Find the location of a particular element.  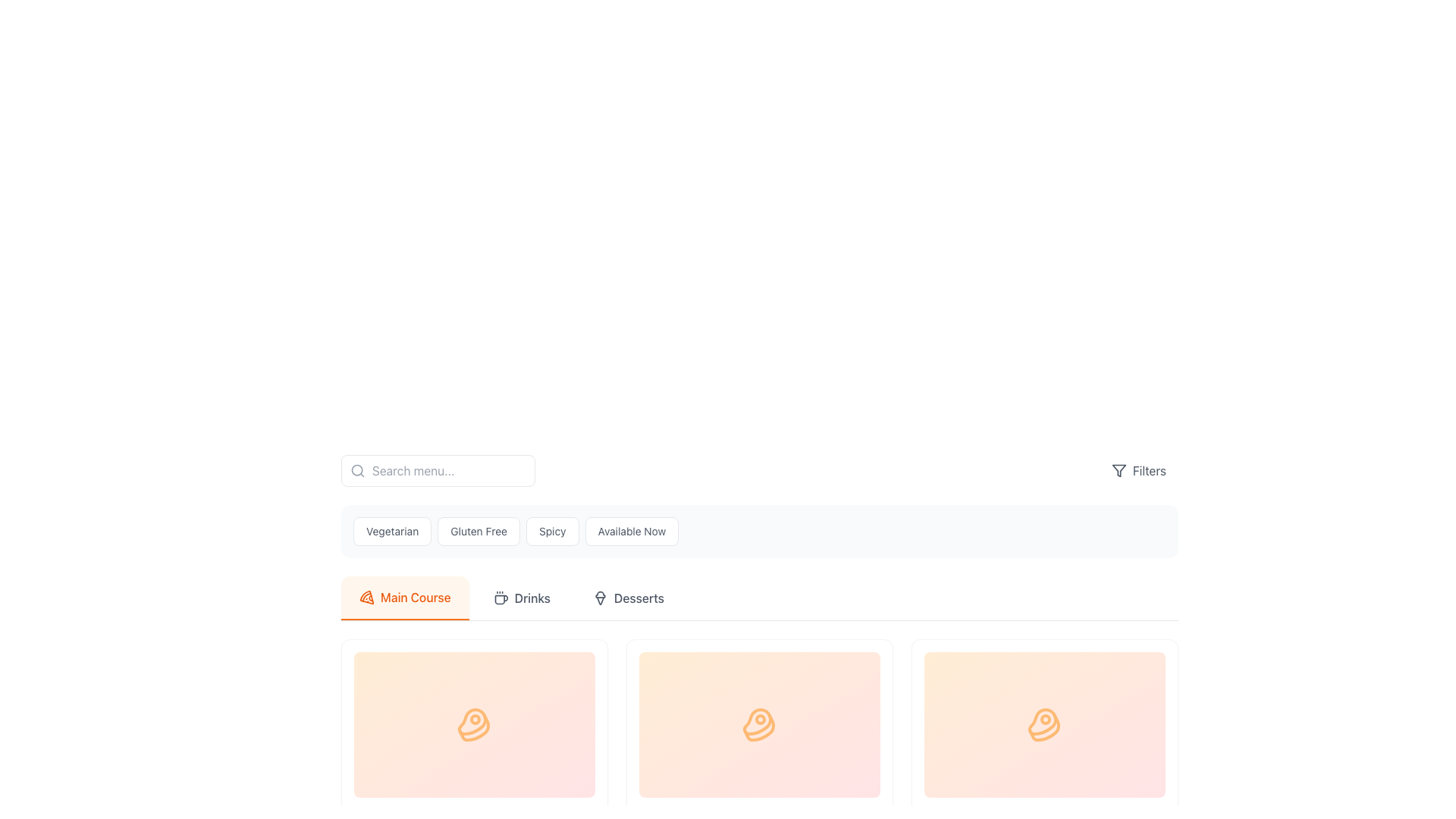

the 'Spicy' filter button located in the upper-middle part of the interface to change its appearance is located at coordinates (551, 531).